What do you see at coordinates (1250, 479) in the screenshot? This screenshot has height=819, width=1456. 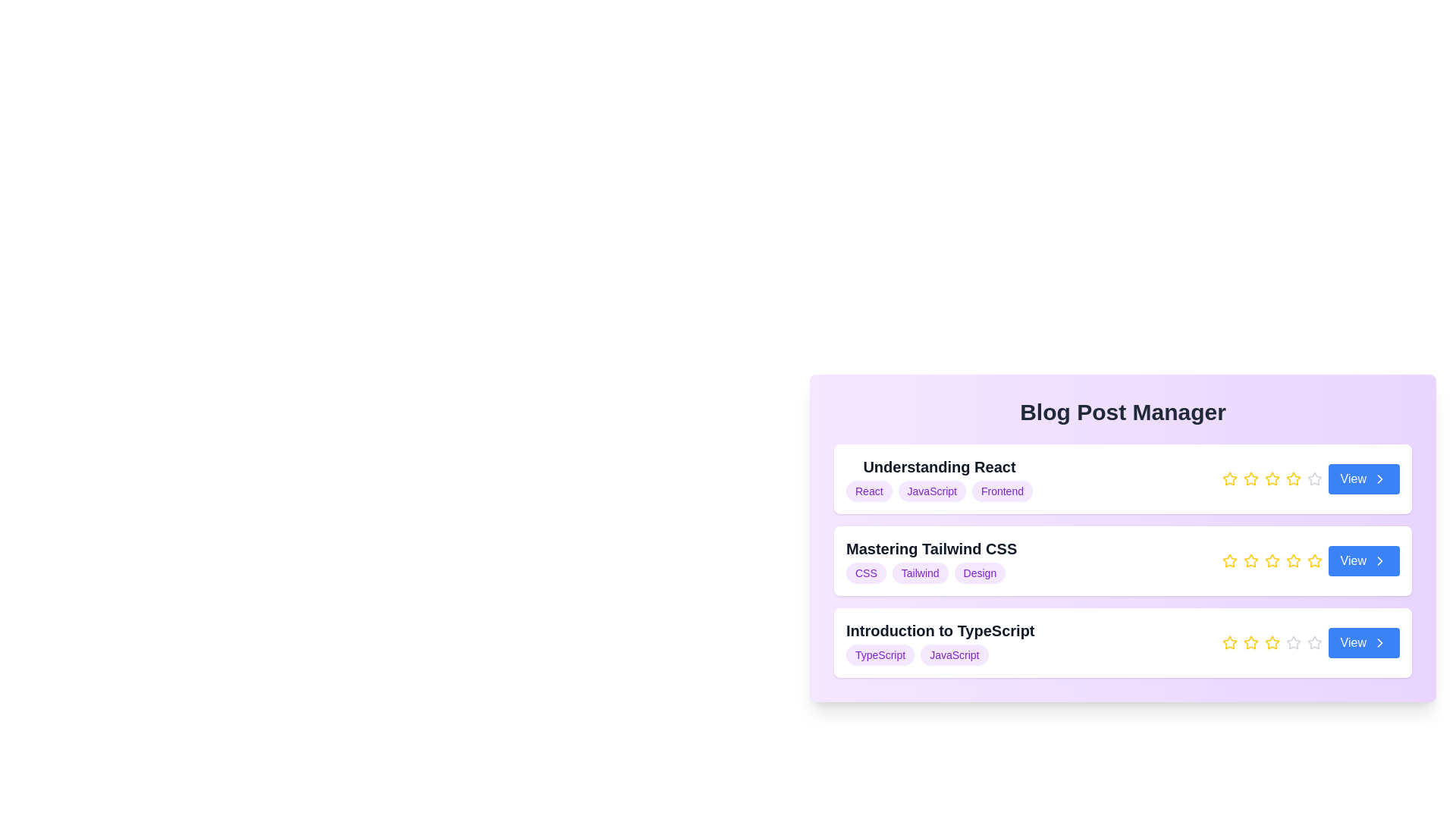 I see `the third star-shaped rating control icon, which is yellow and styled with sharp edges, located in the 'Understanding React' card in the 'Blog Post Manager' section` at bounding box center [1250, 479].